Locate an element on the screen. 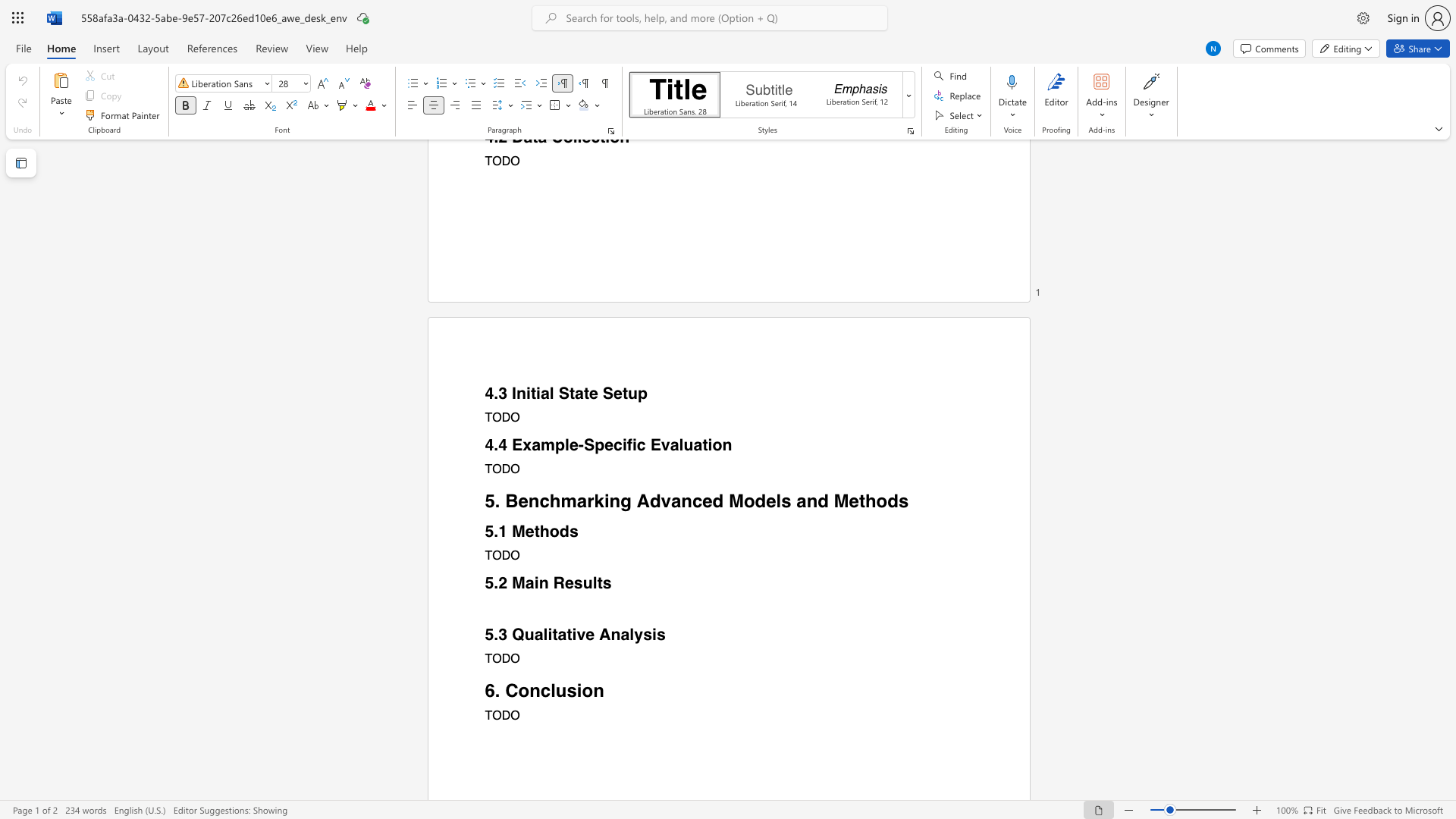 The height and width of the screenshot is (819, 1456). the subset text "5.3 Q" within the text "5.3 Qualitative Analysis" is located at coordinates (484, 635).